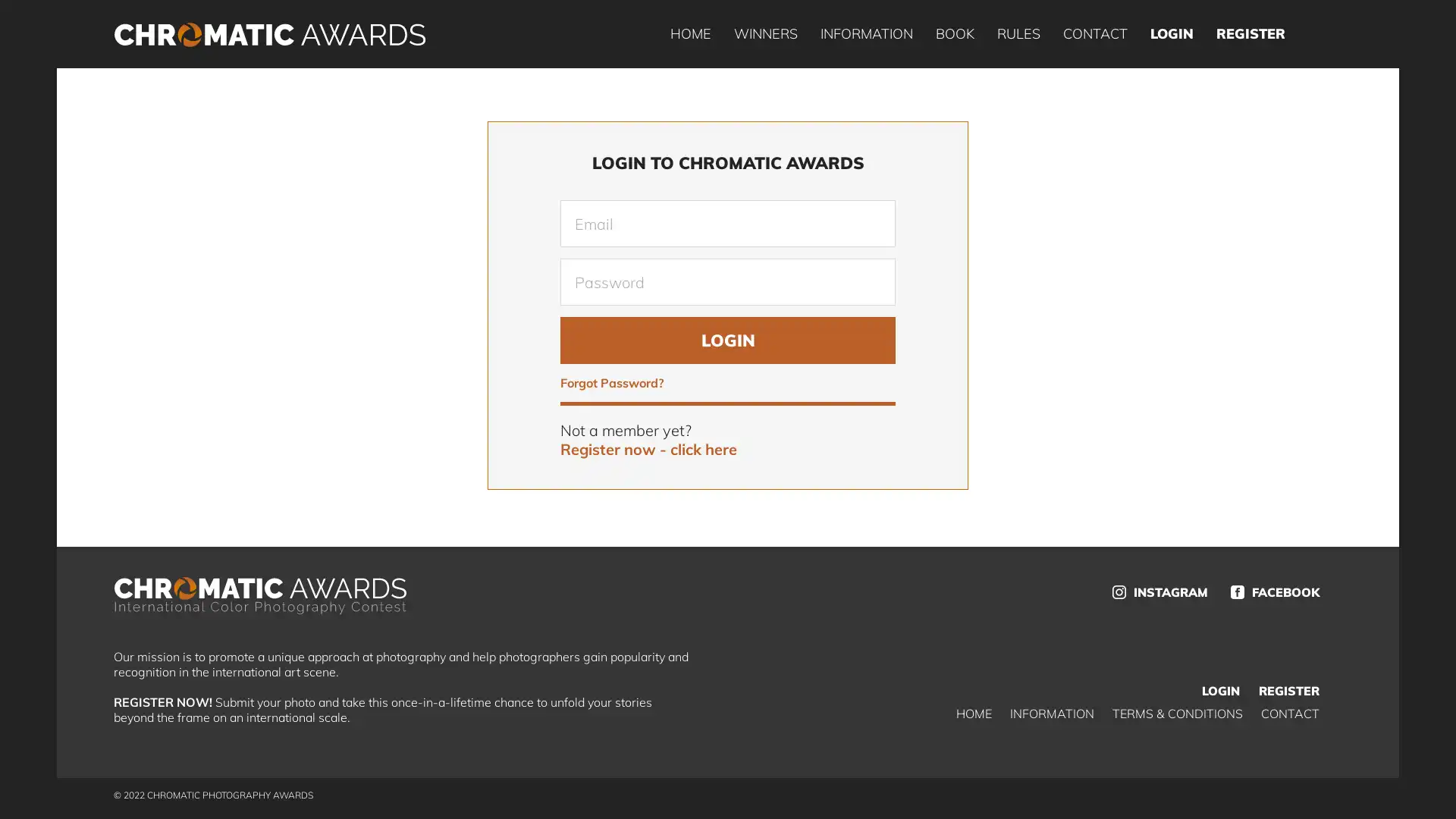  Describe the element at coordinates (728, 339) in the screenshot. I see `LOGIN` at that location.